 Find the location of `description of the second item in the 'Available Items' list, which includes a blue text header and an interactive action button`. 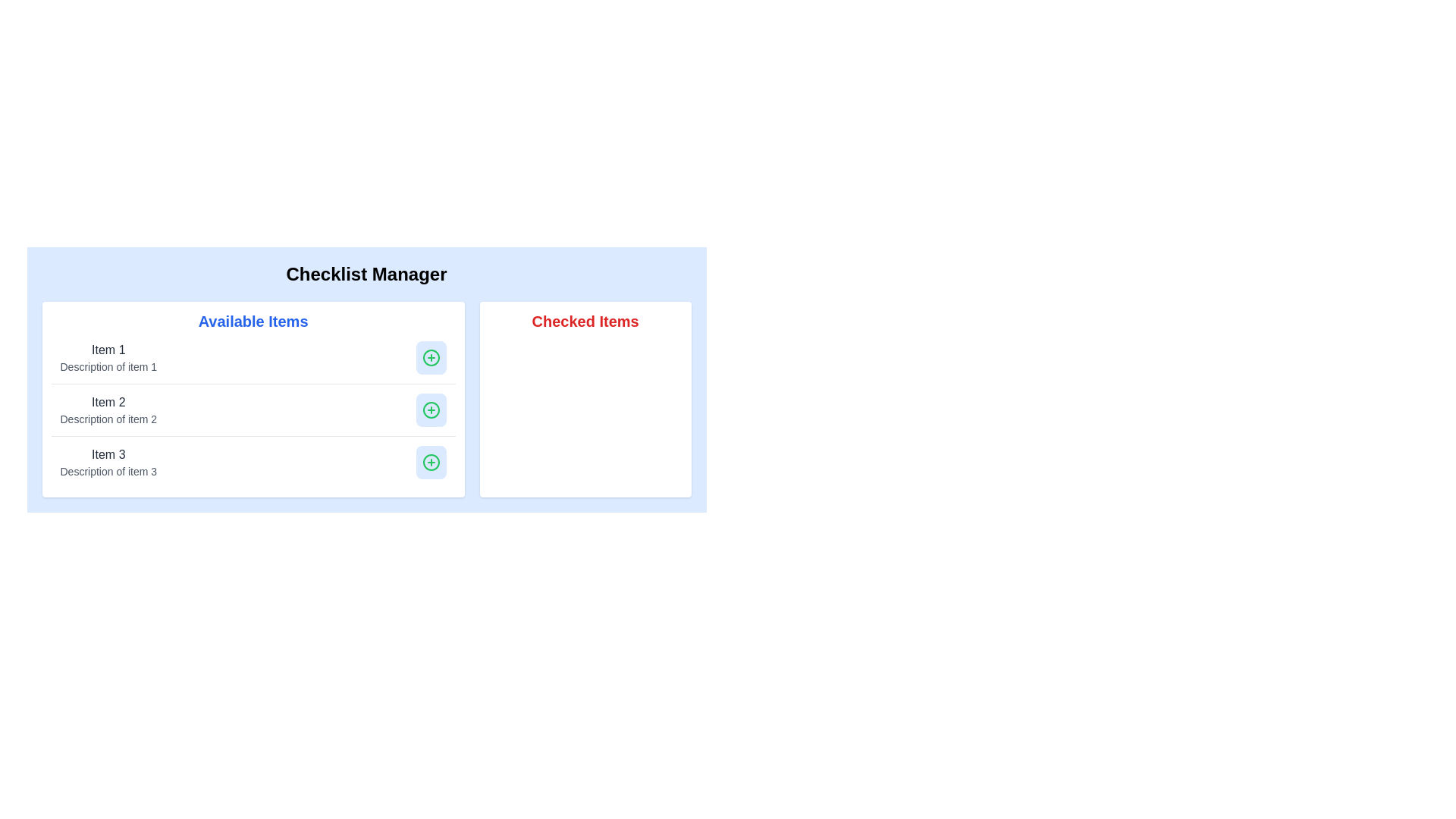

description of the second item in the 'Available Items' list, which includes a blue text header and an interactive action button is located at coordinates (253, 399).